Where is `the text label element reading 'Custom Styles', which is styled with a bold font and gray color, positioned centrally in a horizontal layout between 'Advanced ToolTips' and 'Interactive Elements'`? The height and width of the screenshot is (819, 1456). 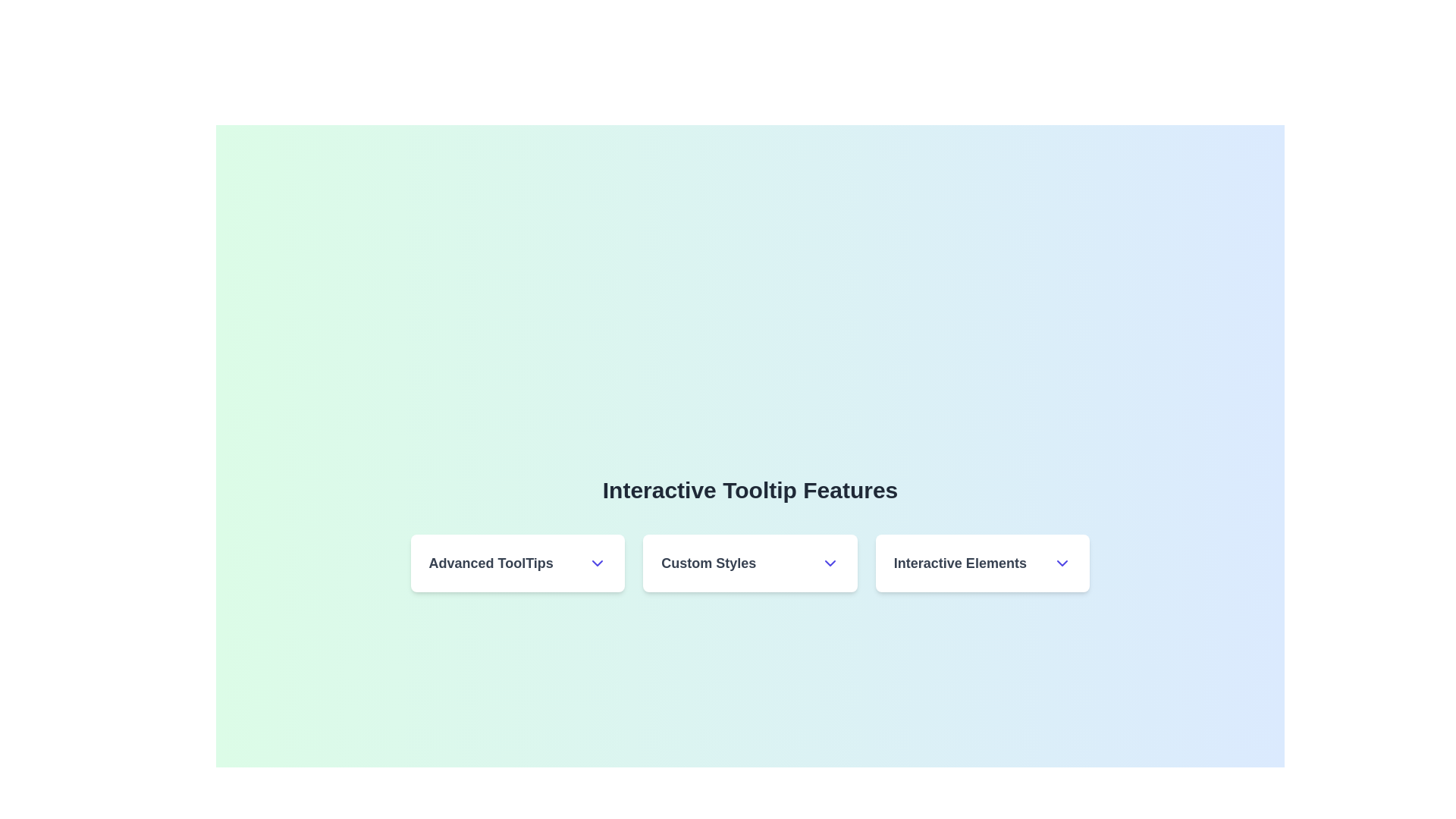 the text label element reading 'Custom Styles', which is styled with a bold font and gray color, positioned centrally in a horizontal layout between 'Advanced ToolTips' and 'Interactive Elements' is located at coordinates (708, 563).